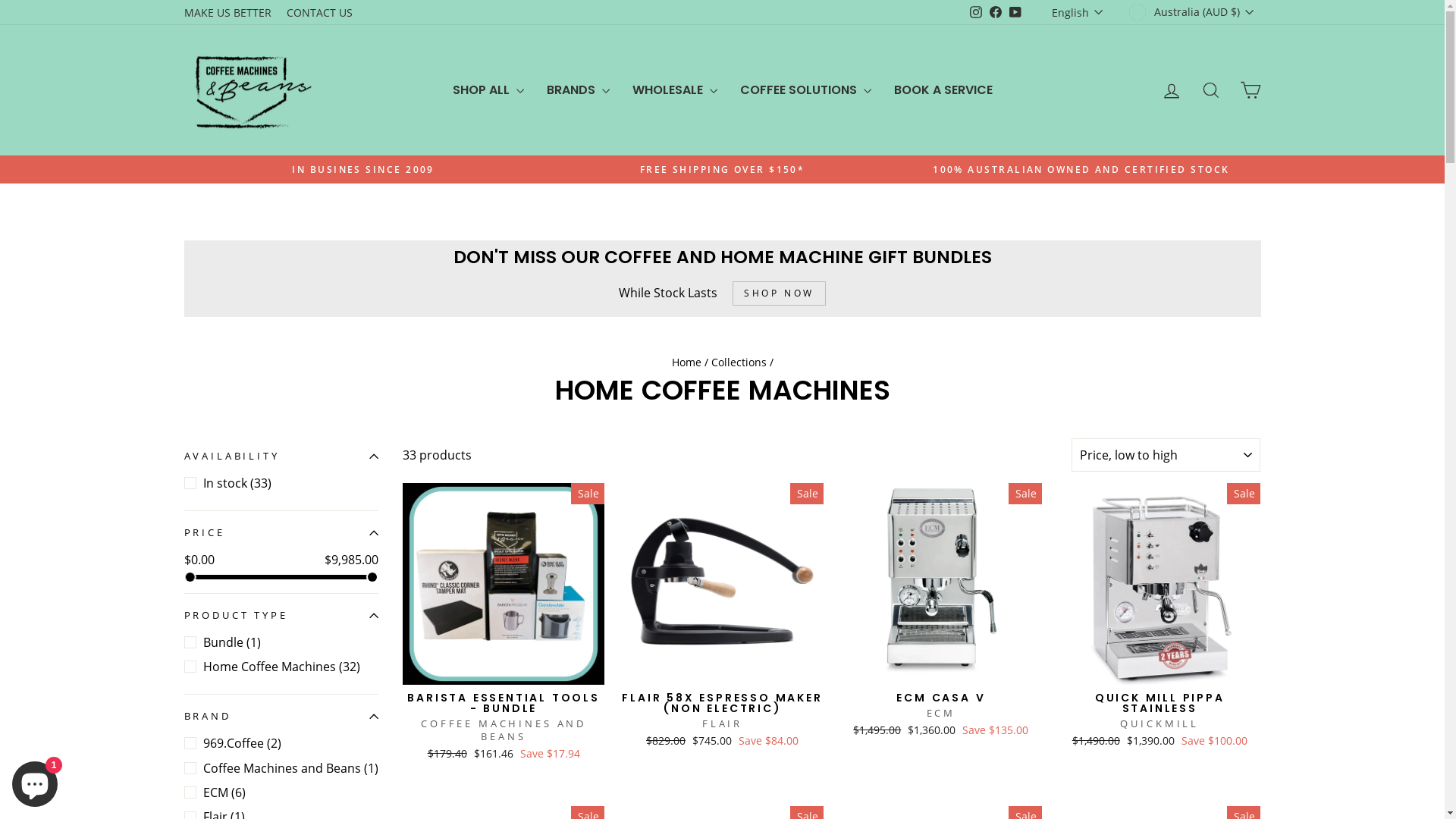 The image size is (1456, 819). I want to click on 'Home', so click(686, 362).